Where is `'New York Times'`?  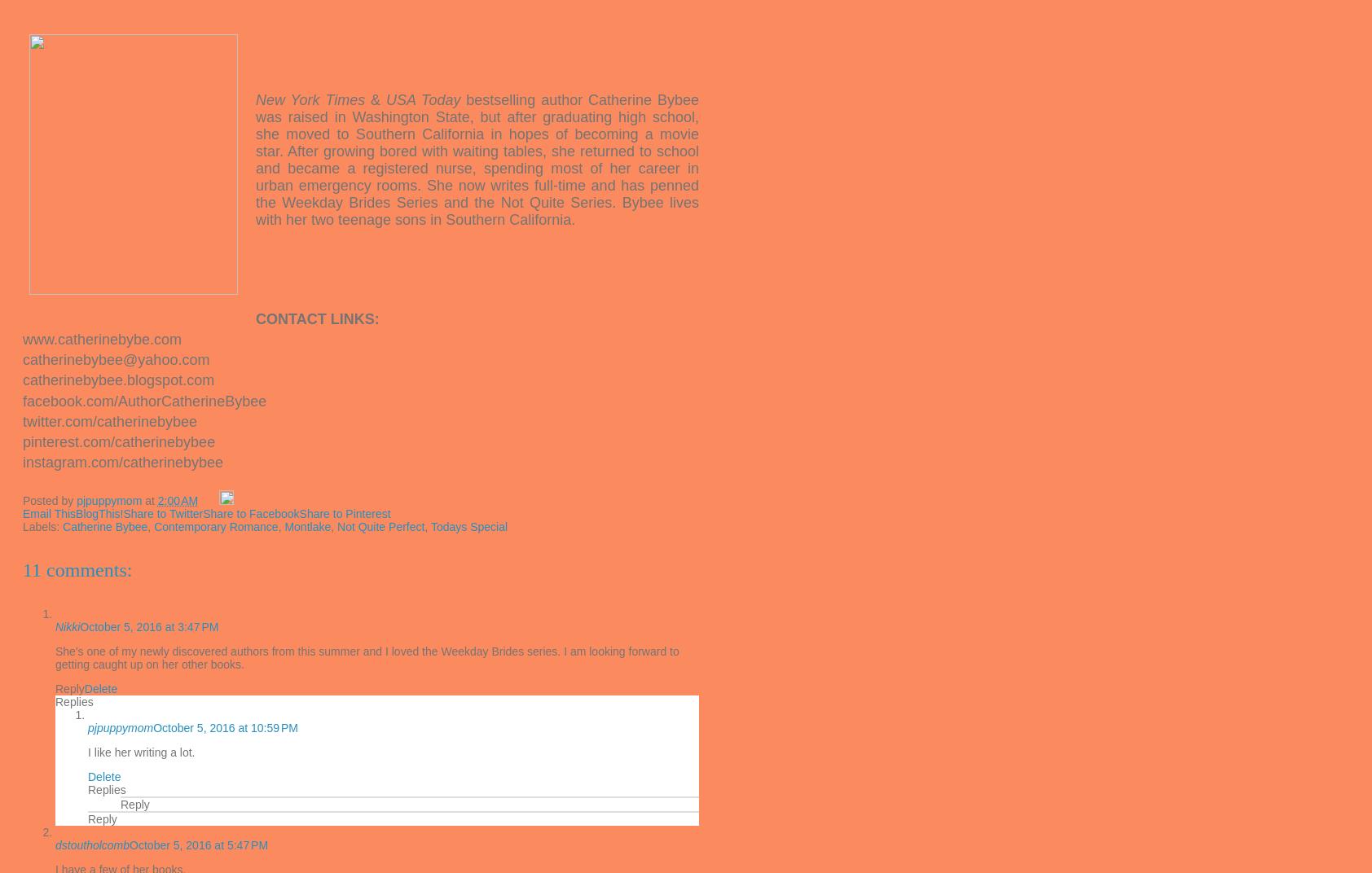
'New York Times' is located at coordinates (256, 99).